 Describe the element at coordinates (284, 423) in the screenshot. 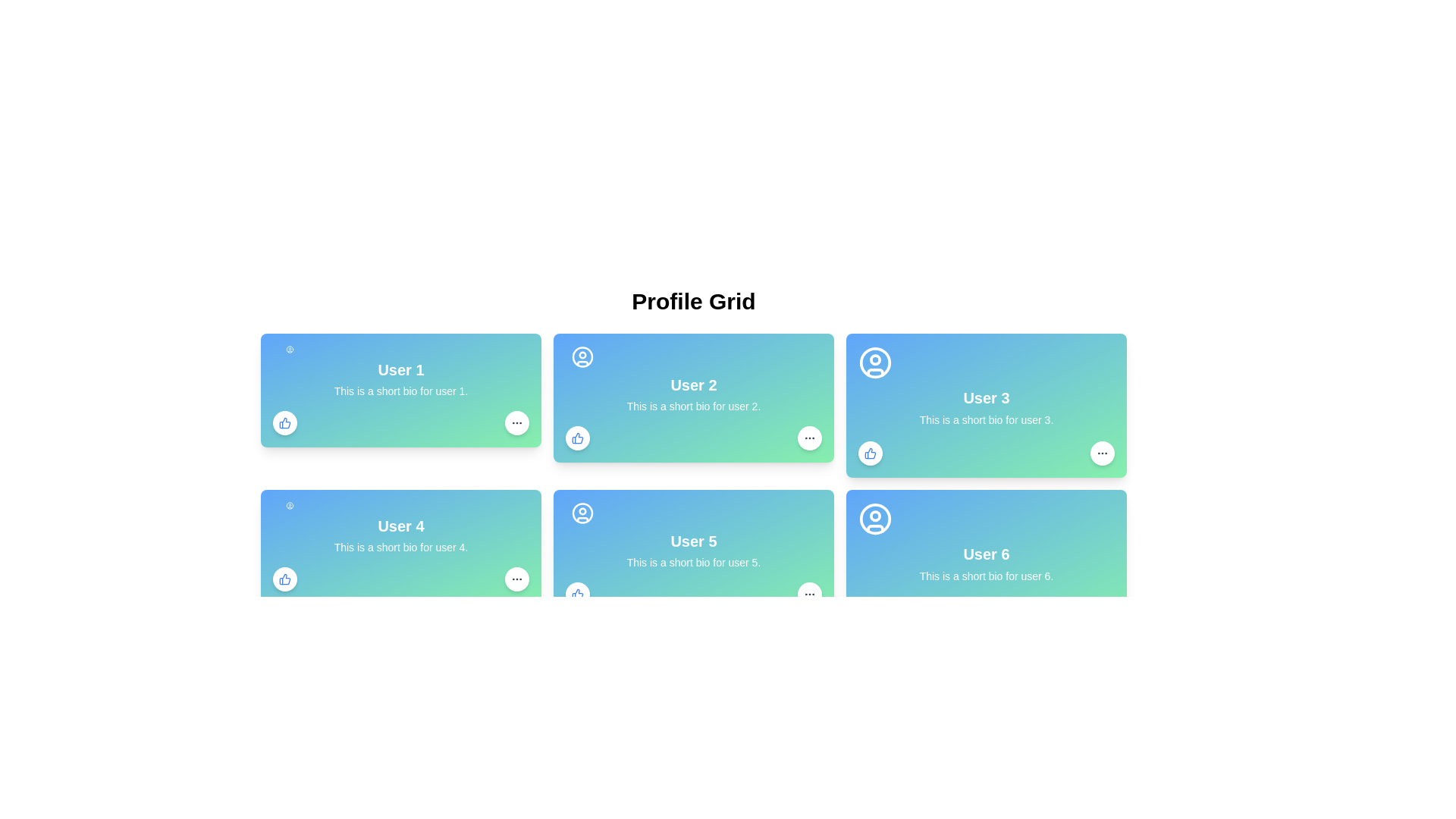

I see `the thumbs-up icon representing a 'like' action, located in the bottom-left corner of 'User 2' card` at that location.